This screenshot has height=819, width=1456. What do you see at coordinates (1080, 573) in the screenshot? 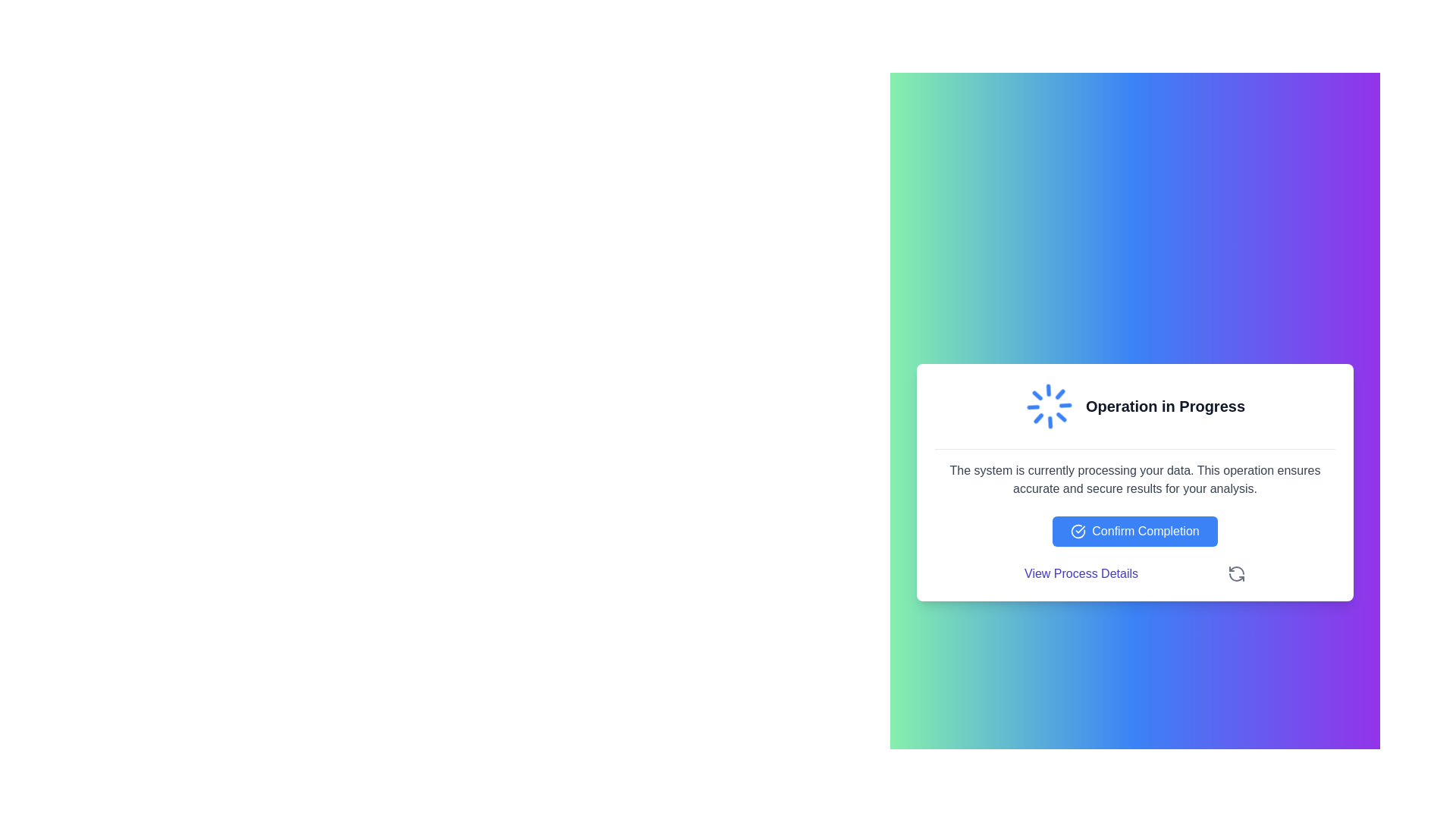
I see `the indigo text link 'View Process Details' to underline it, which is positioned below the 'Confirm Completion' button and to the left of a refresh icon` at bounding box center [1080, 573].